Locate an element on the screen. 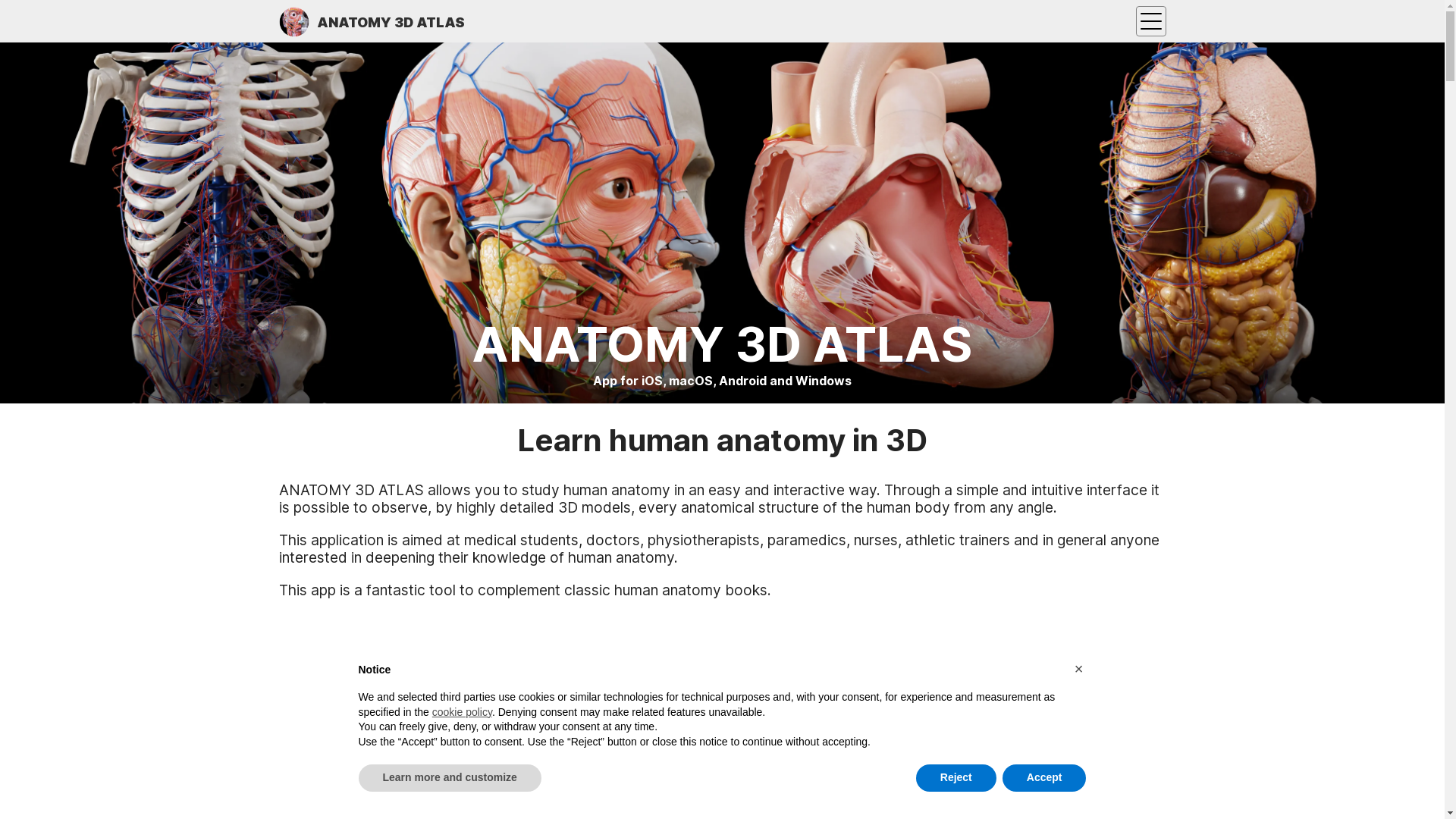  'Accept' is located at coordinates (1043, 778).